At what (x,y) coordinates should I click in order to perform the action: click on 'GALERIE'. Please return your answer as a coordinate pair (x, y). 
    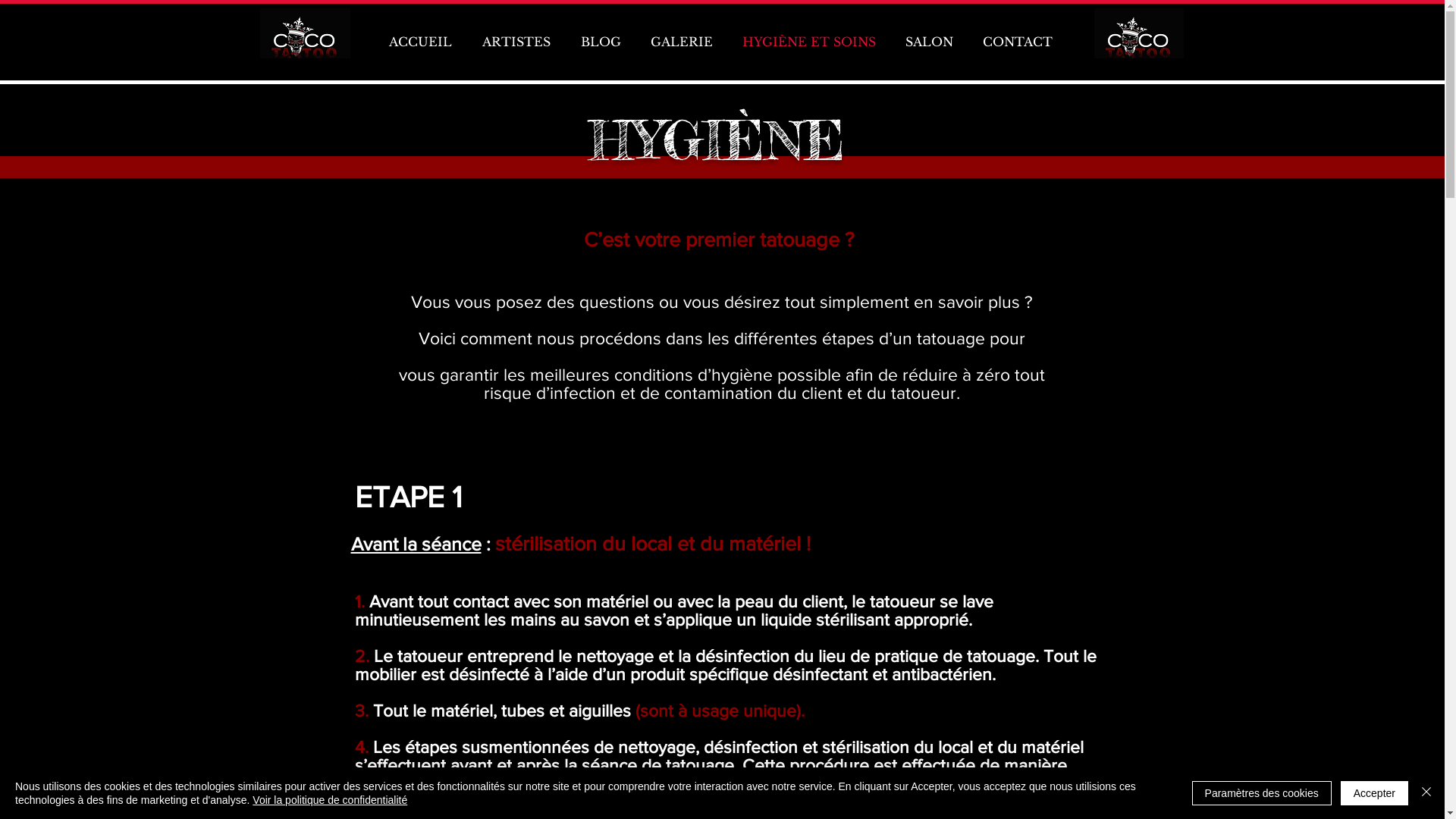
    Looking at the image, I should click on (680, 40).